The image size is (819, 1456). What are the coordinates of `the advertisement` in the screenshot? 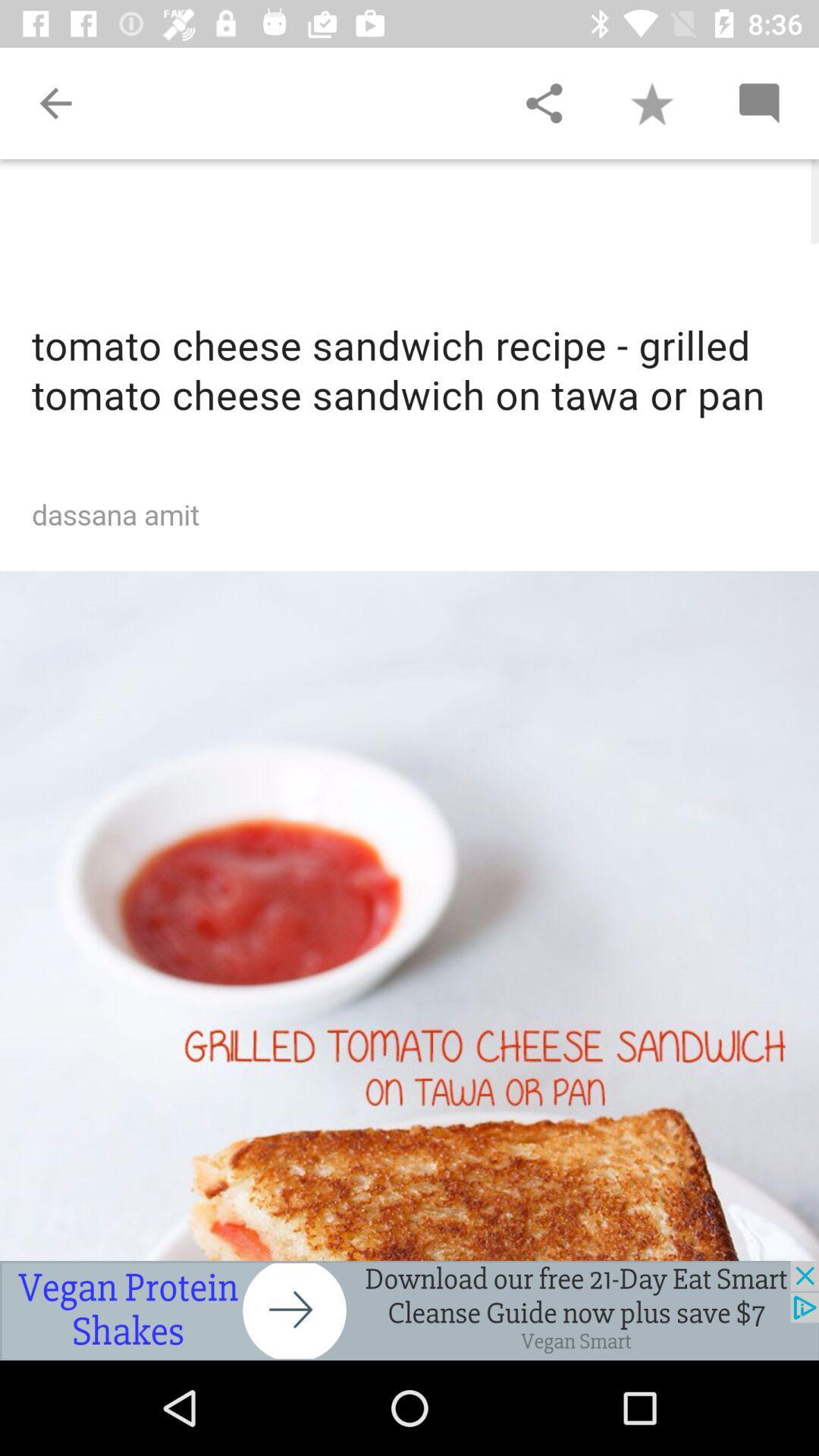 It's located at (409, 1310).